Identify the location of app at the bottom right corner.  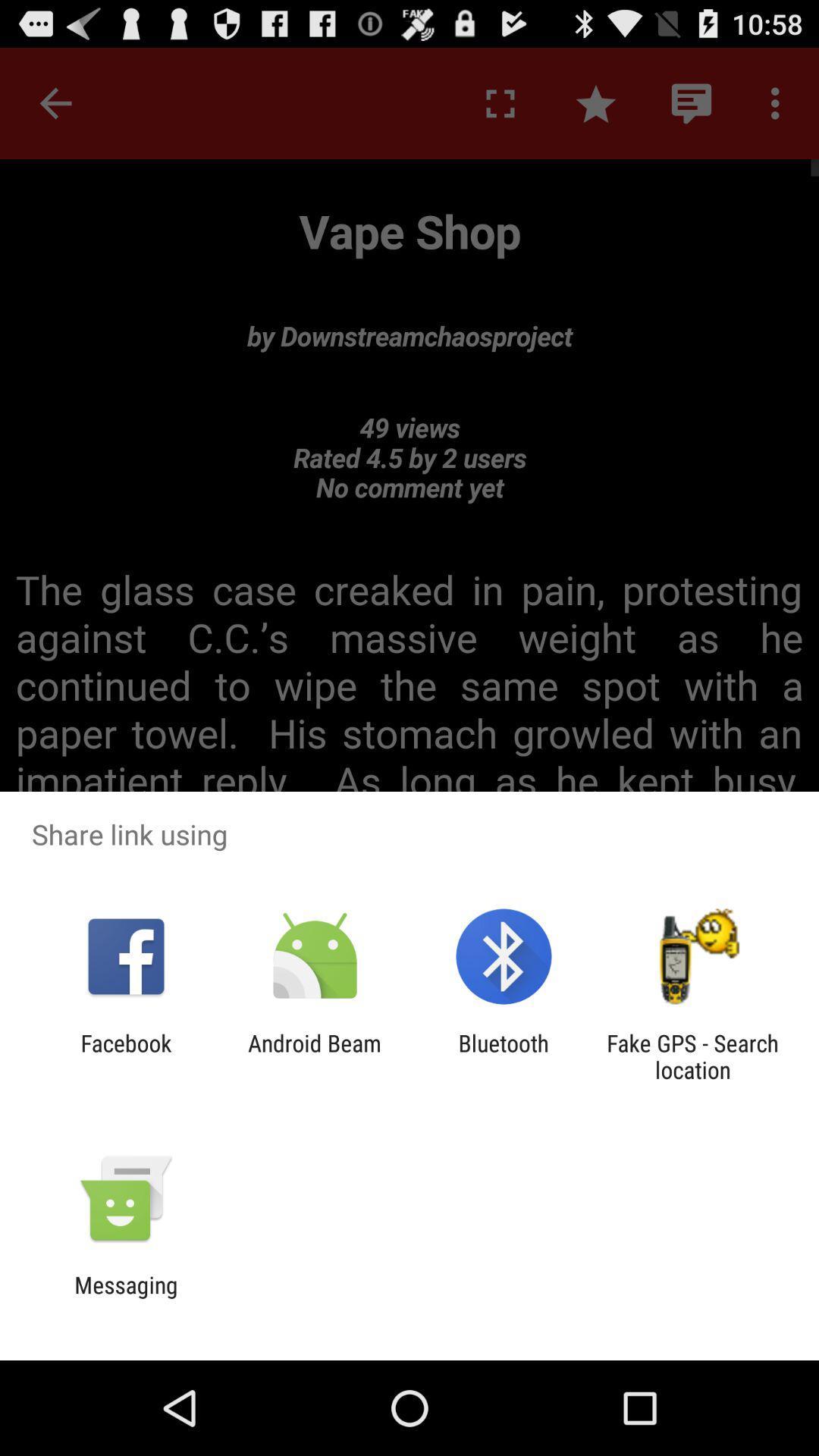
(692, 1056).